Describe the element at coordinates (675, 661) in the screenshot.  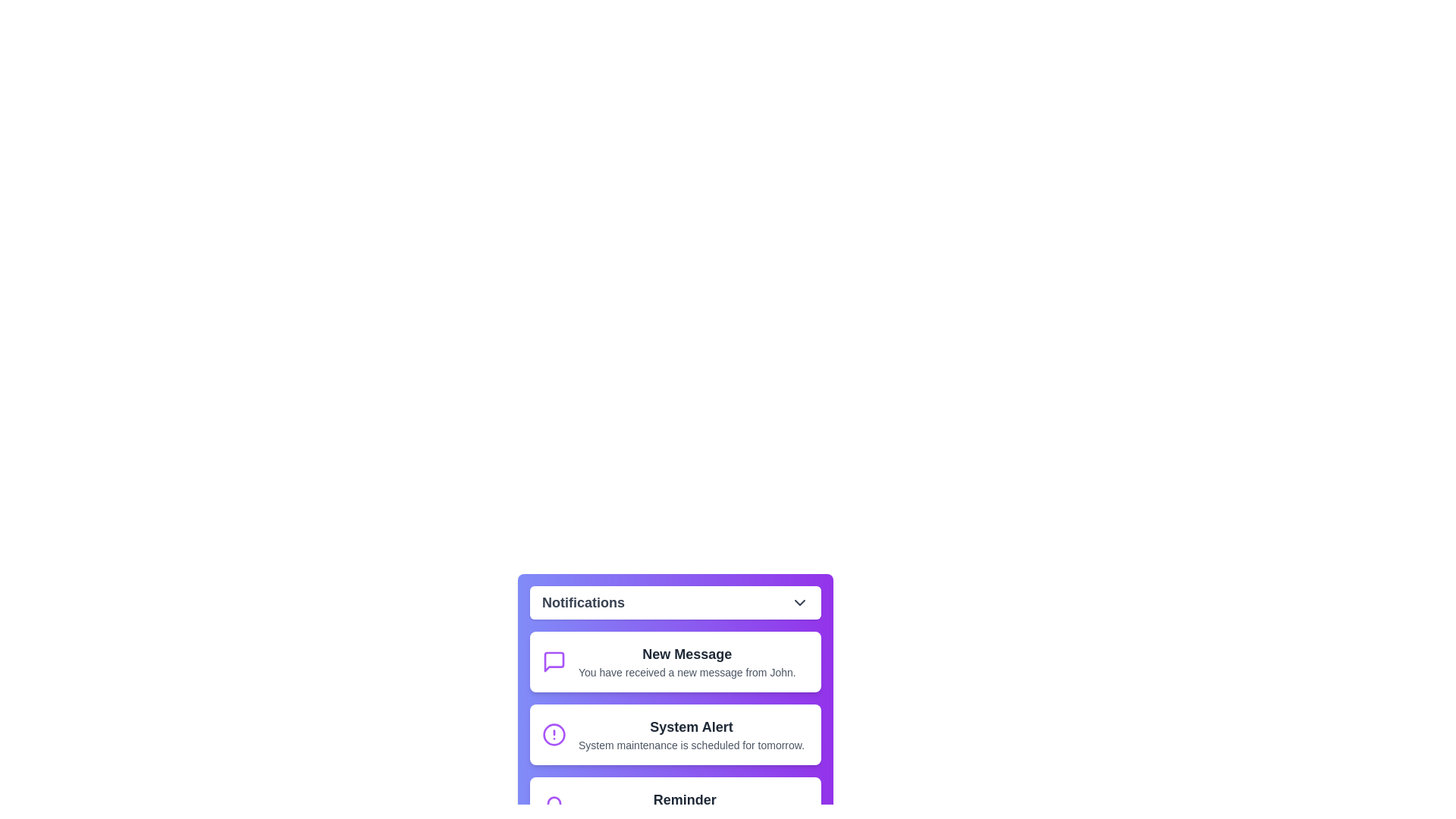
I see `the notification item with title New Message` at that location.